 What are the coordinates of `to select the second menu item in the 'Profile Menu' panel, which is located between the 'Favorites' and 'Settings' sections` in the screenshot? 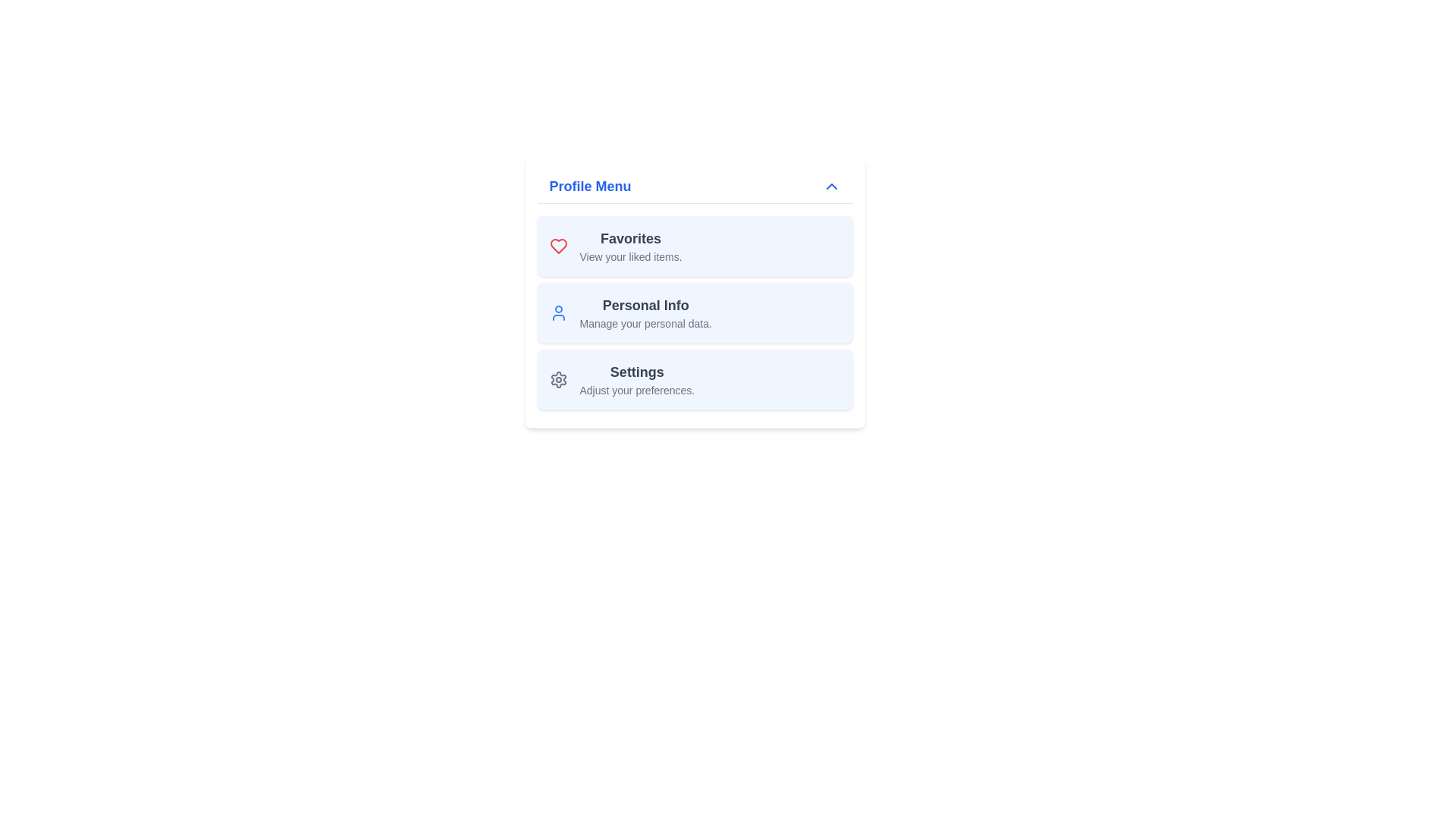 It's located at (694, 293).